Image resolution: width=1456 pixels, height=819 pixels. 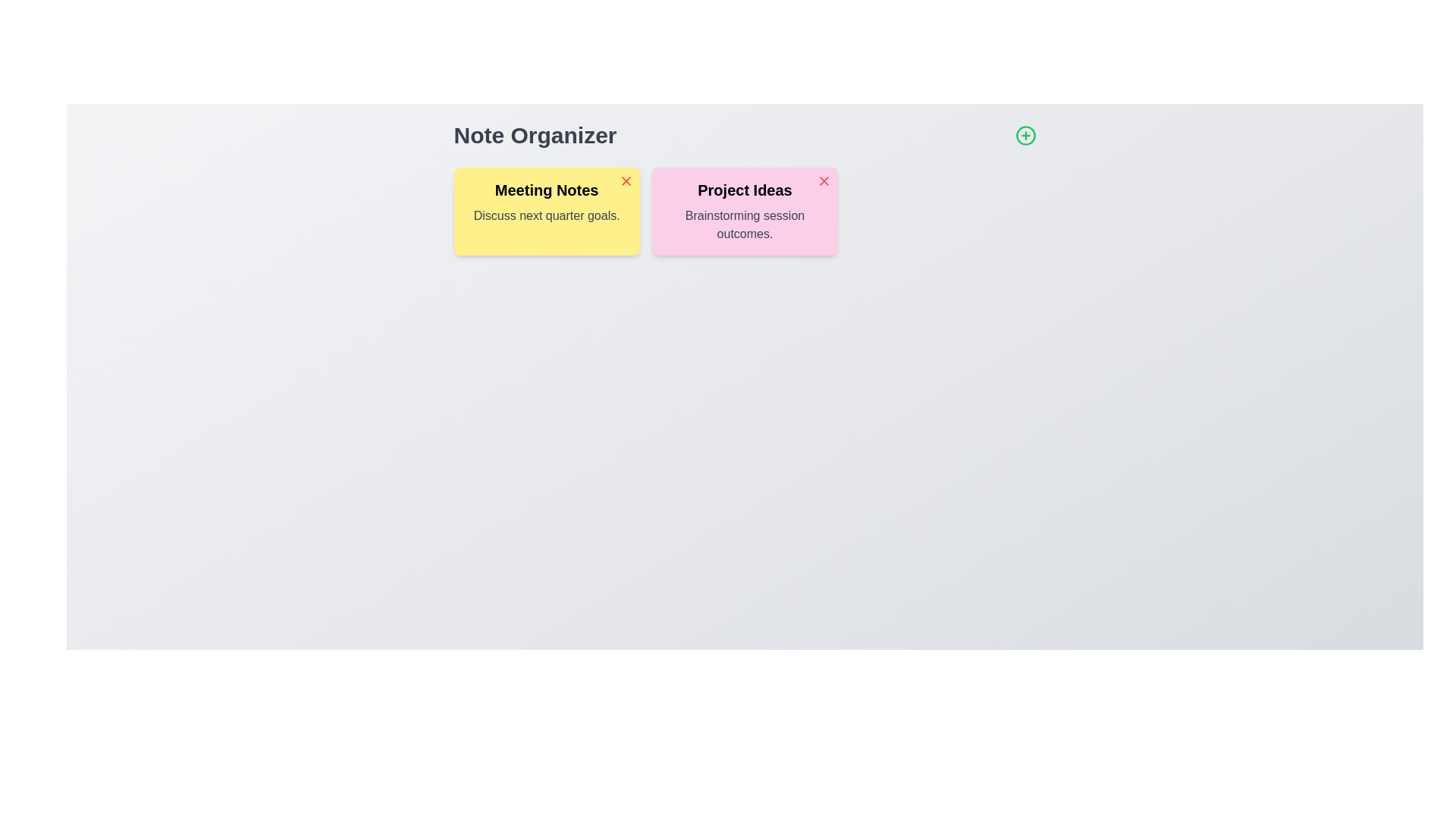 I want to click on the descriptive text related to the 'Project Ideas' section, which is located within a pink card beneath the bold text 'Project Ideas', so click(x=745, y=225).